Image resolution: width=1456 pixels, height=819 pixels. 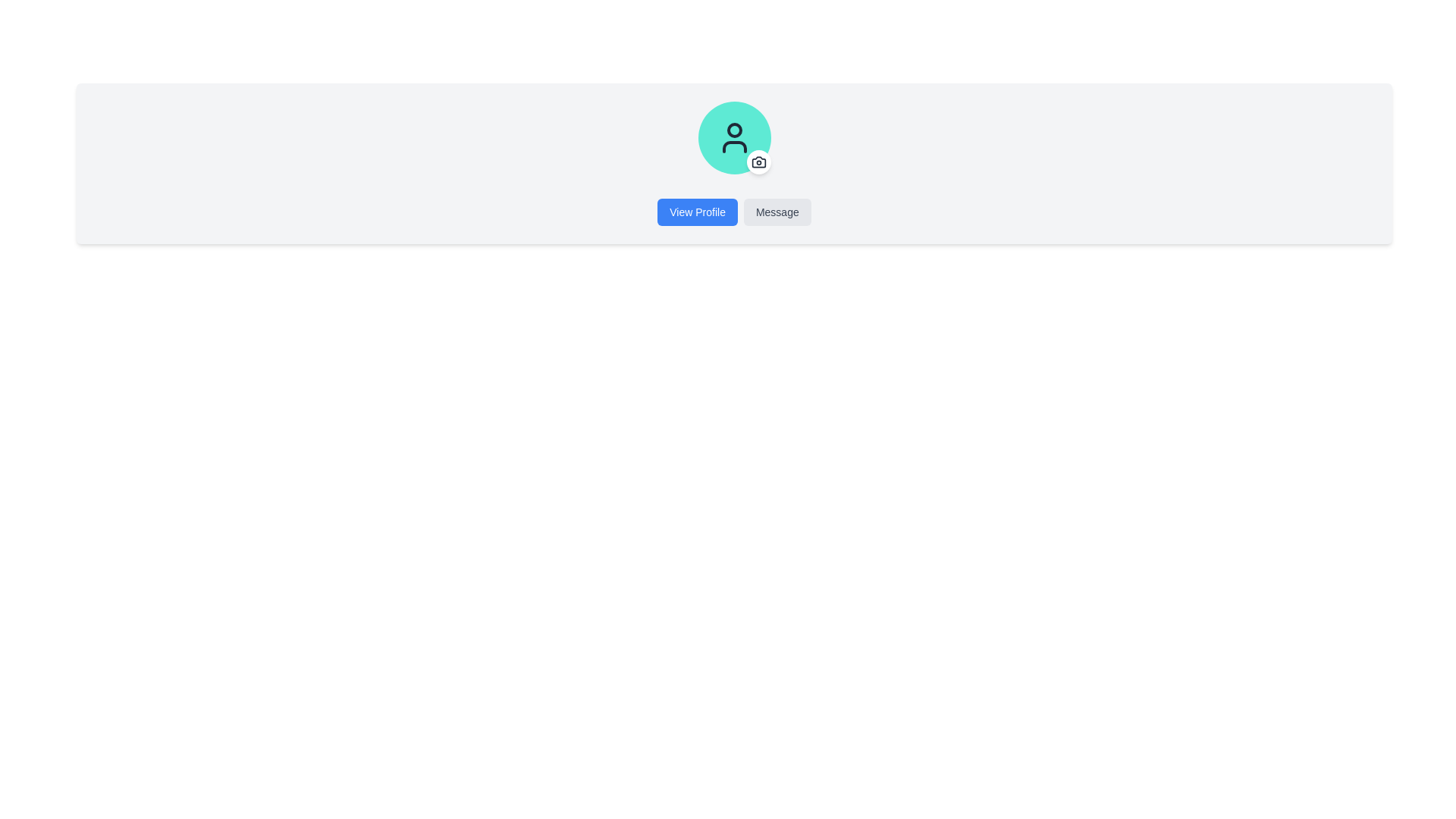 I want to click on the blue rectangular button with rounded corners and white text stating 'View Profile', so click(x=697, y=212).